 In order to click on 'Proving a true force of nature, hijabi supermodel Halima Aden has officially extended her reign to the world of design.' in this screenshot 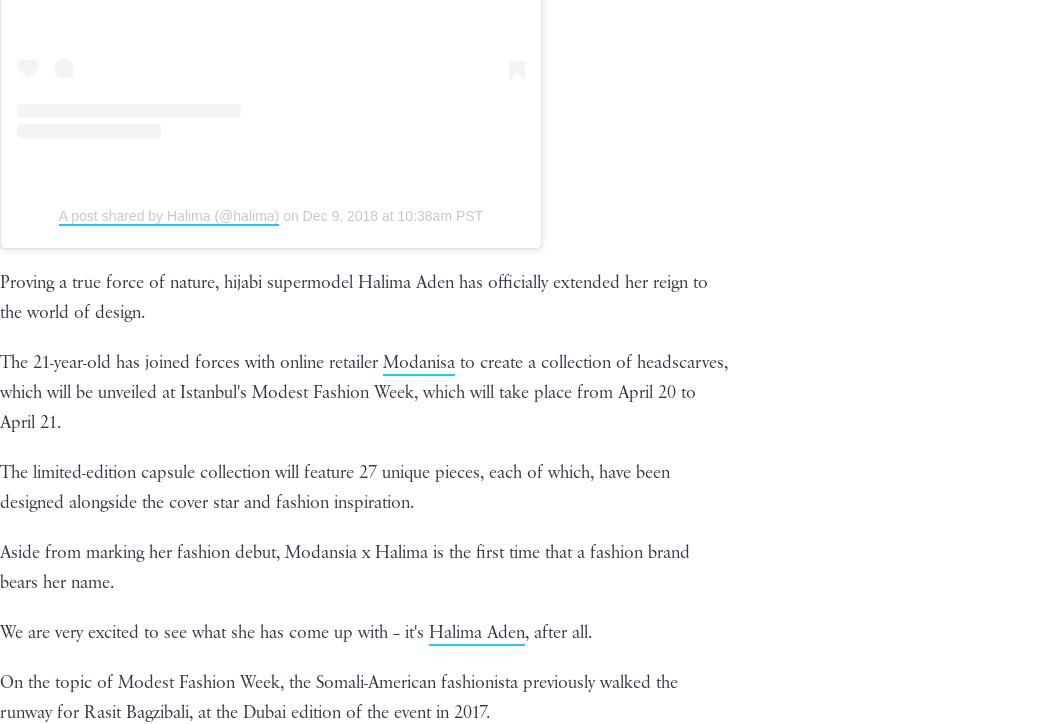, I will do `click(353, 295)`.